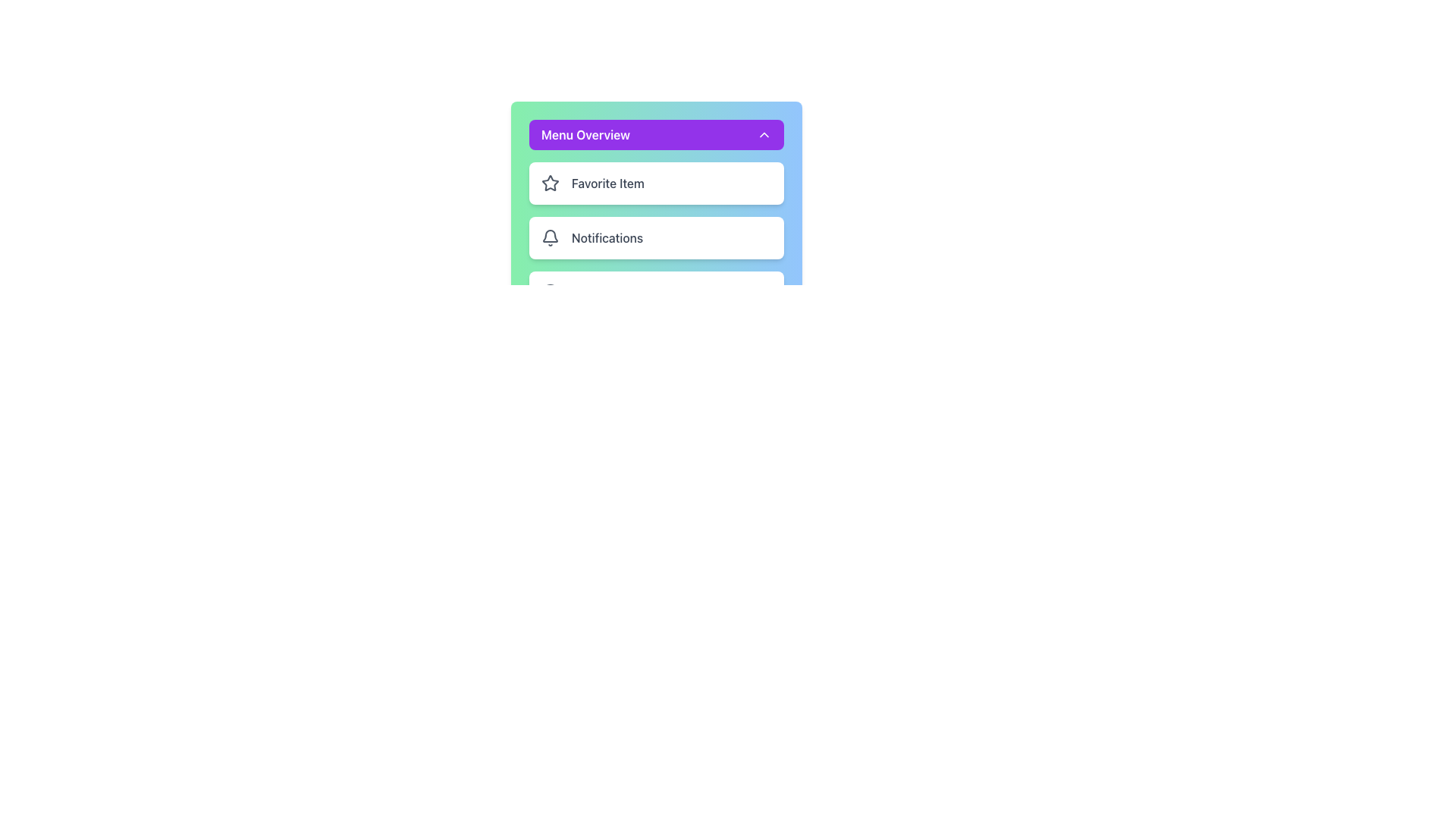 The width and height of the screenshot is (1456, 819). I want to click on the Text label that serves to represent an item or option within the menu, located in the first card under the 'Menu Overview' header, to the right of a star-shaped icon, so click(607, 183).